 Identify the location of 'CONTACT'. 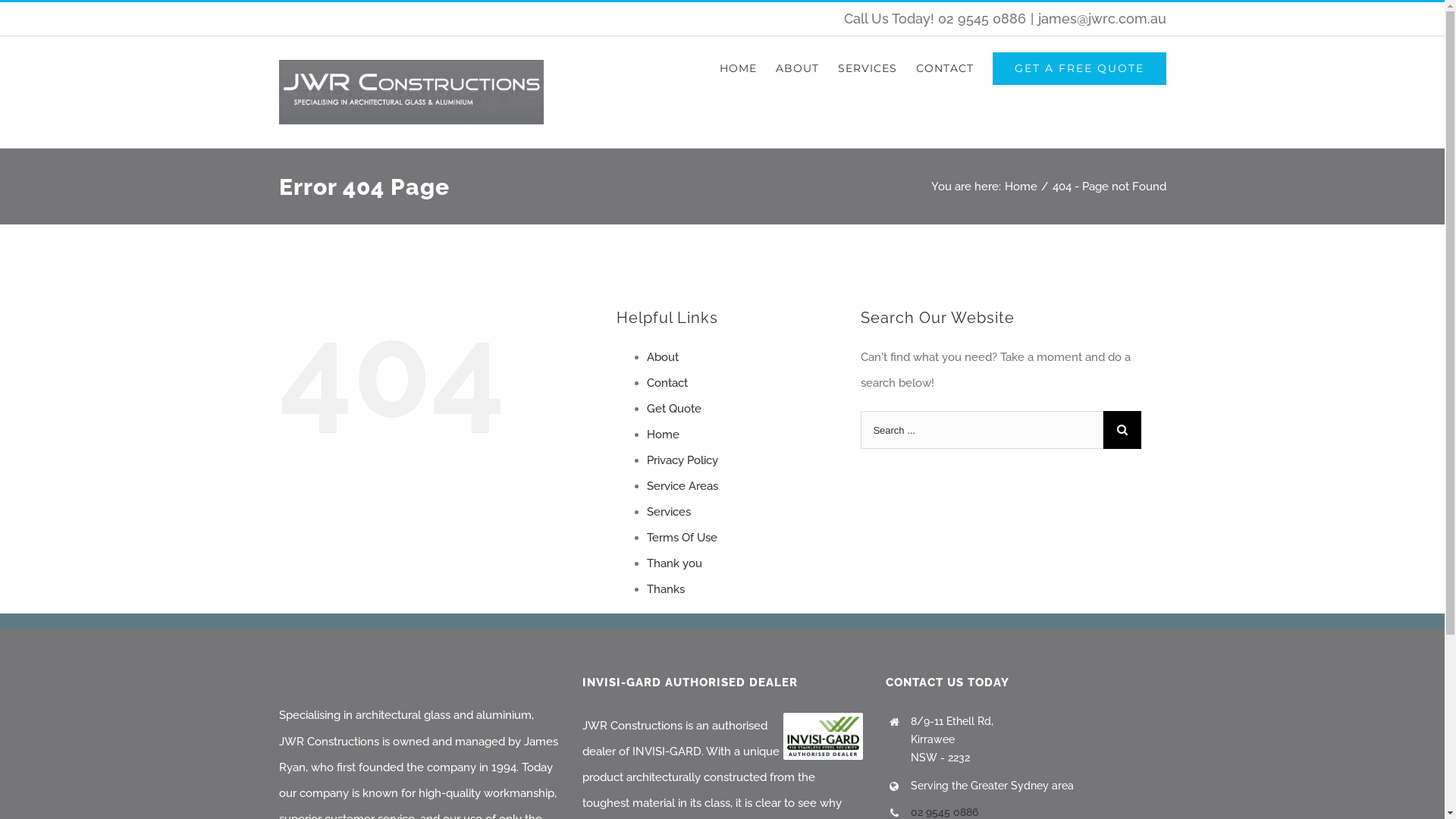
(915, 67).